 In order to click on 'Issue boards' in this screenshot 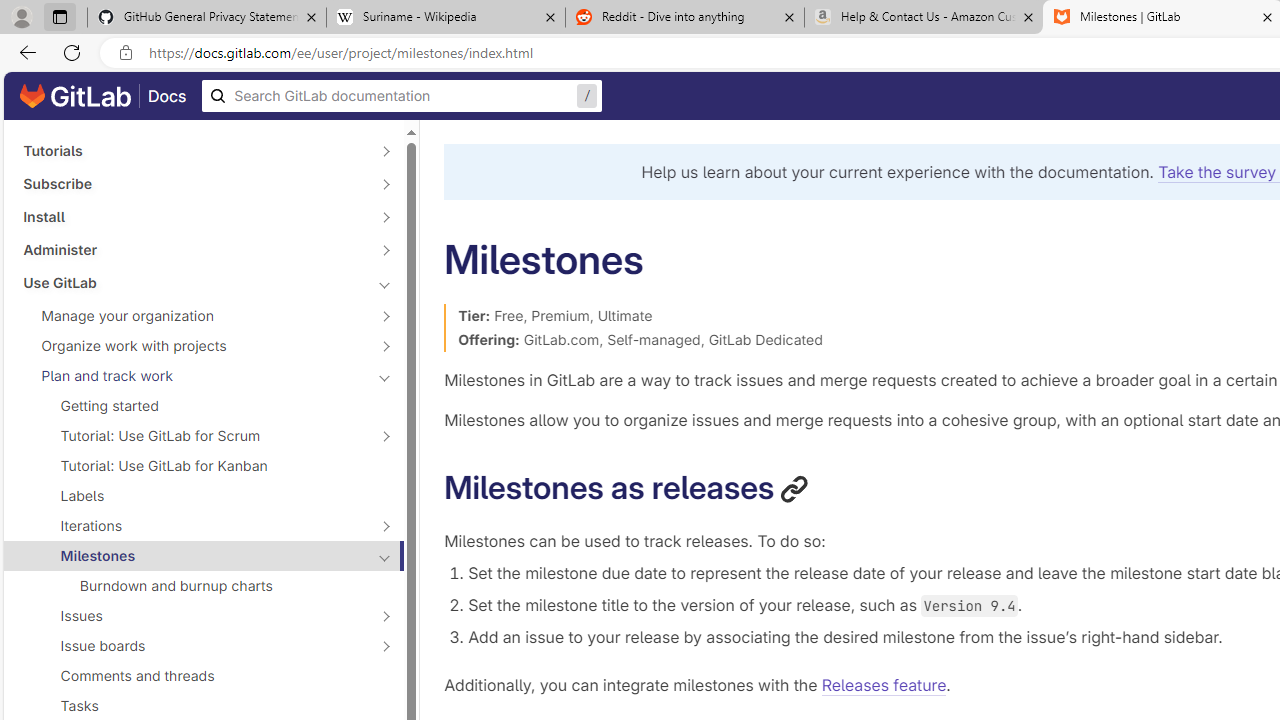, I will do `click(192, 645)`.